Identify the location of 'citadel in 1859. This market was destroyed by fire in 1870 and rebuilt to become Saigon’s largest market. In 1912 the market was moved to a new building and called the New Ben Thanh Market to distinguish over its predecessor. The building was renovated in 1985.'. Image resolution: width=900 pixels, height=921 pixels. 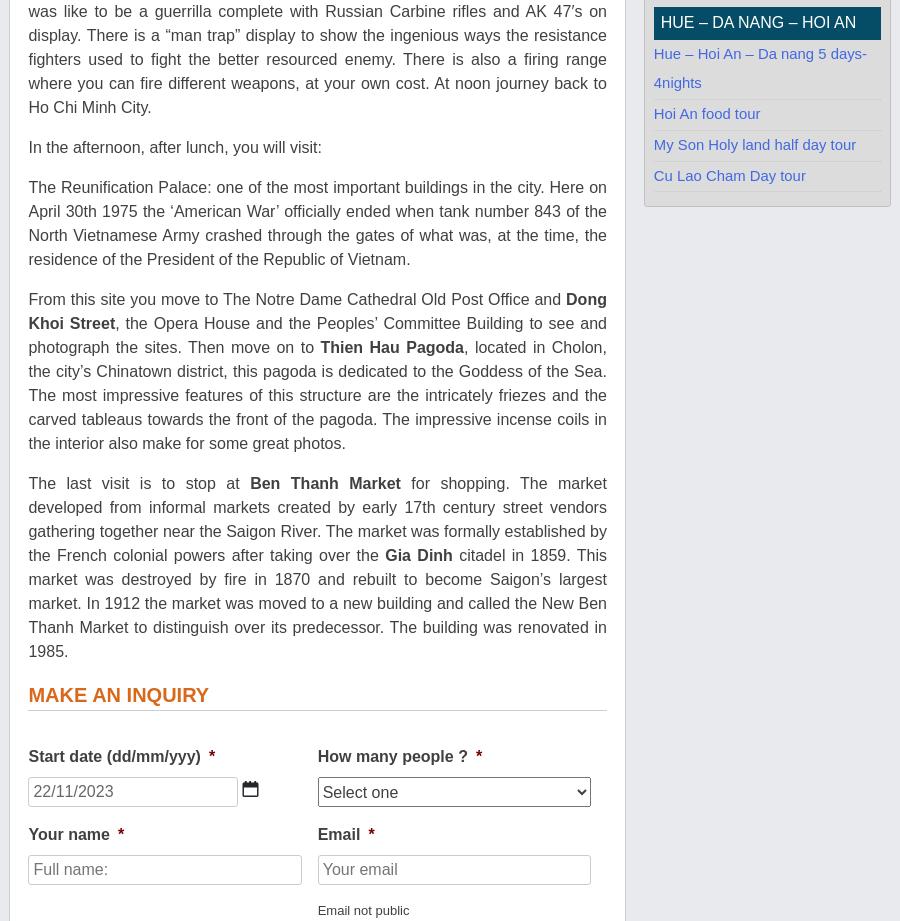
(315, 602).